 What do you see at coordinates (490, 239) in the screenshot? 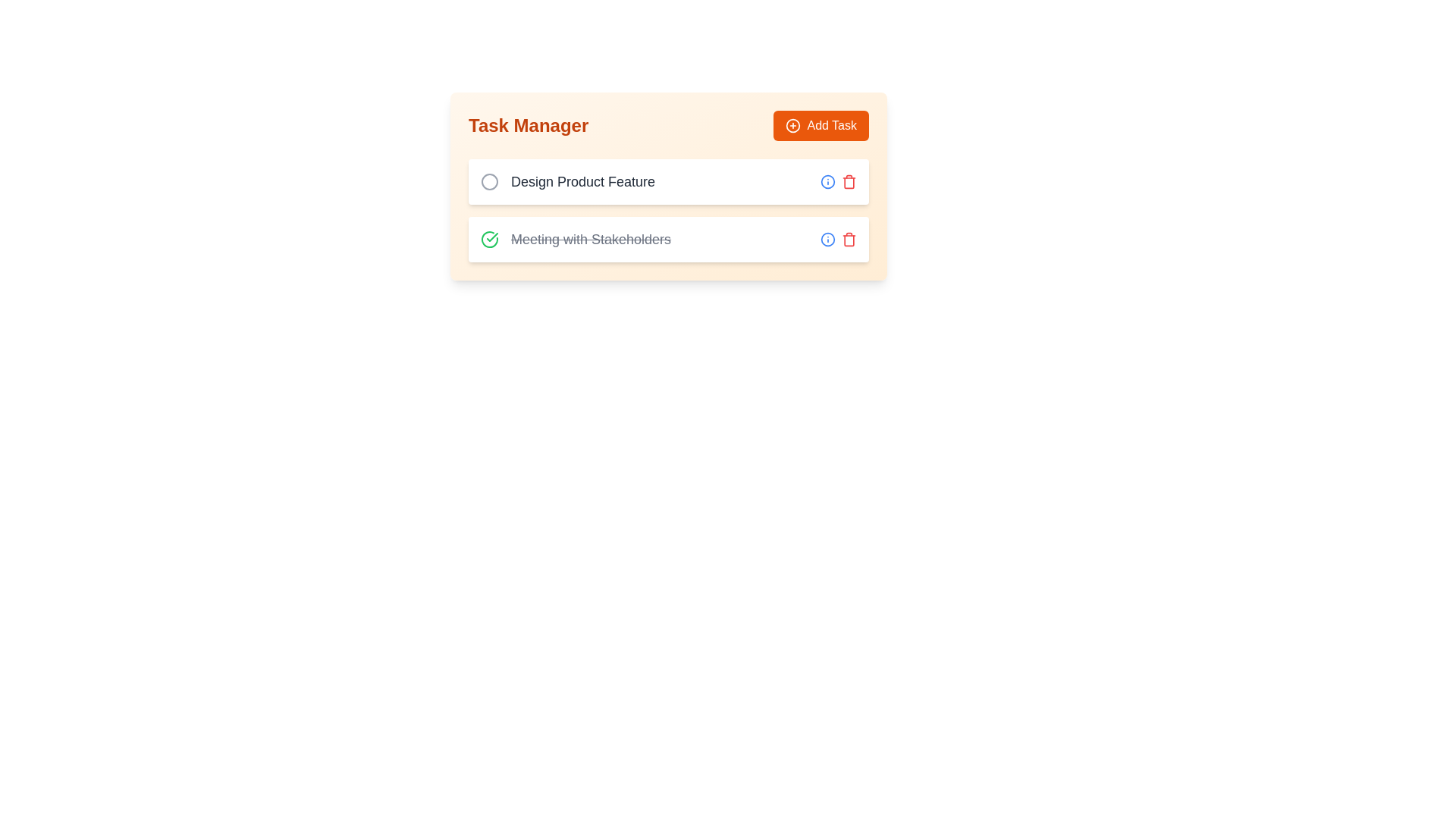
I see `the completion status icon for the 'Meeting with Stakeholders' task` at bounding box center [490, 239].